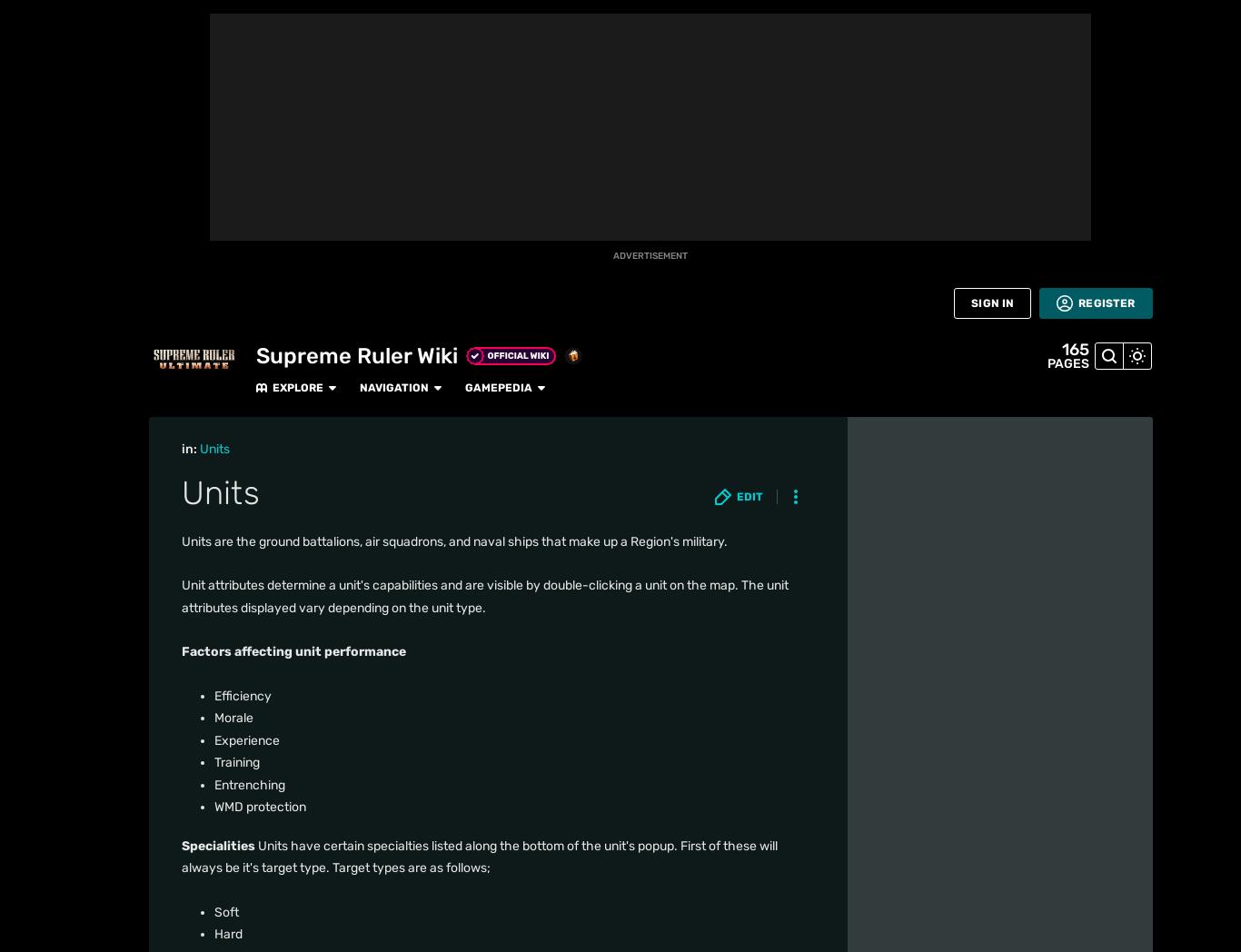 This screenshot has height=952, width=1241. Describe the element at coordinates (30, 173) in the screenshot. I see `'Fan Central'` at that location.